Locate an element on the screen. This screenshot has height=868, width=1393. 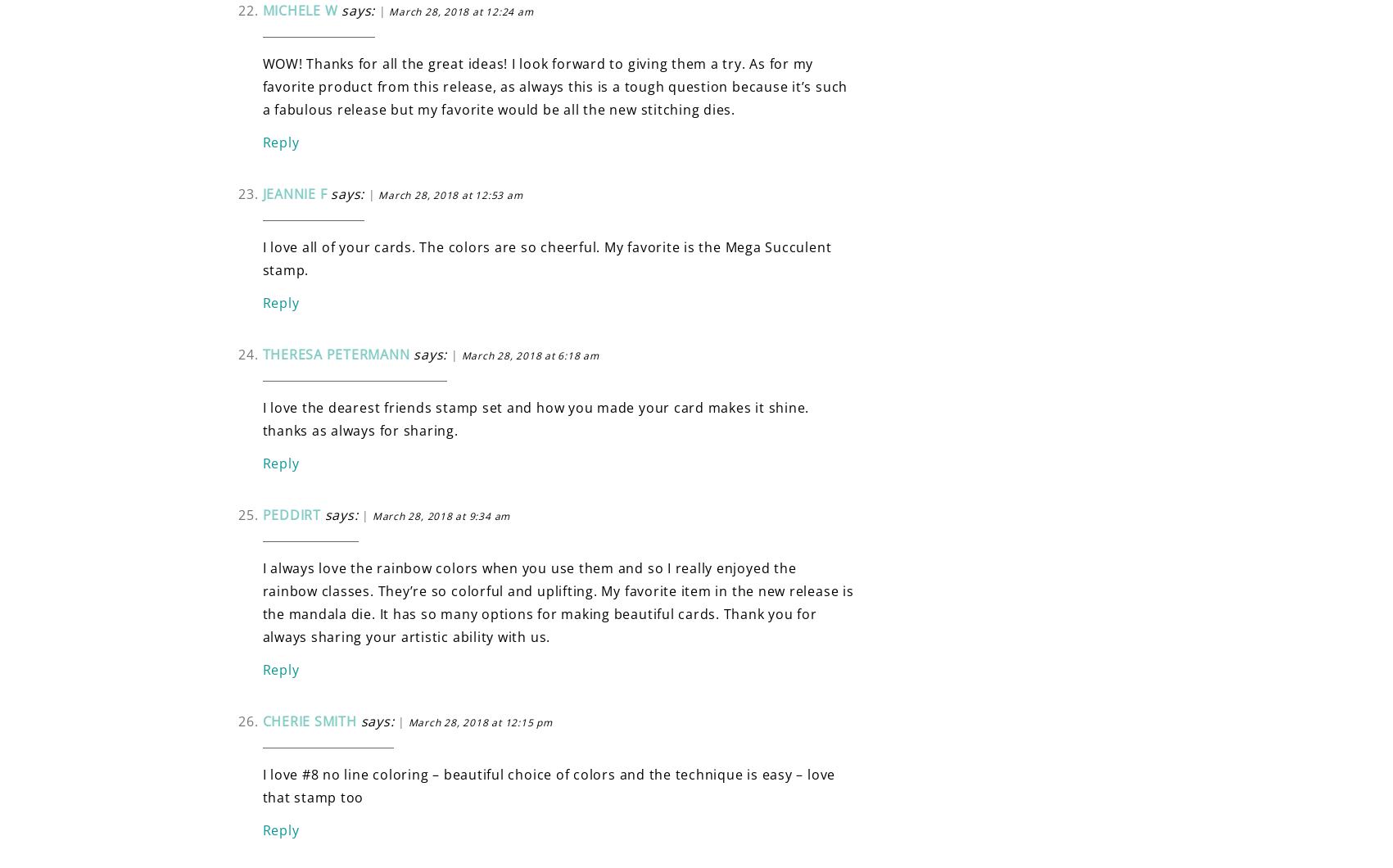
'I love the dearest friends stamp set and how you made your card makes it shine.   thanks as always for sharing.' is located at coordinates (535, 418).